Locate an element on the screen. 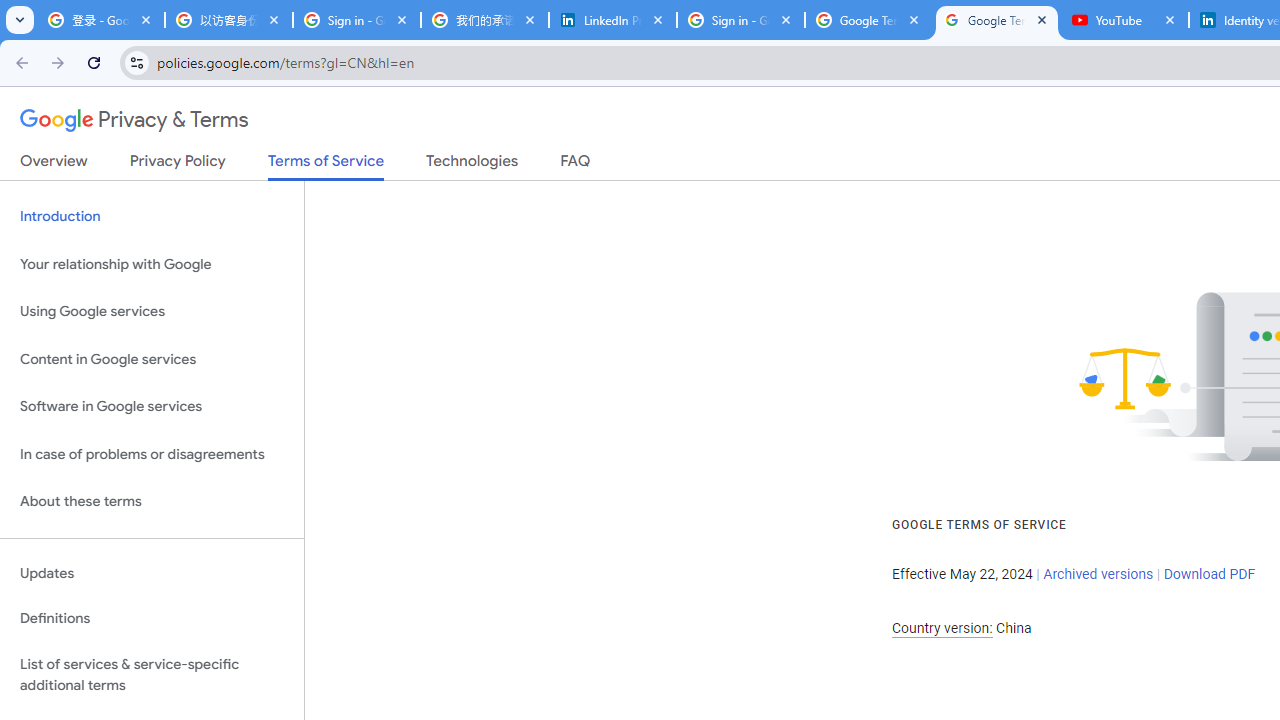  'In case of problems or disagreements' is located at coordinates (151, 454).